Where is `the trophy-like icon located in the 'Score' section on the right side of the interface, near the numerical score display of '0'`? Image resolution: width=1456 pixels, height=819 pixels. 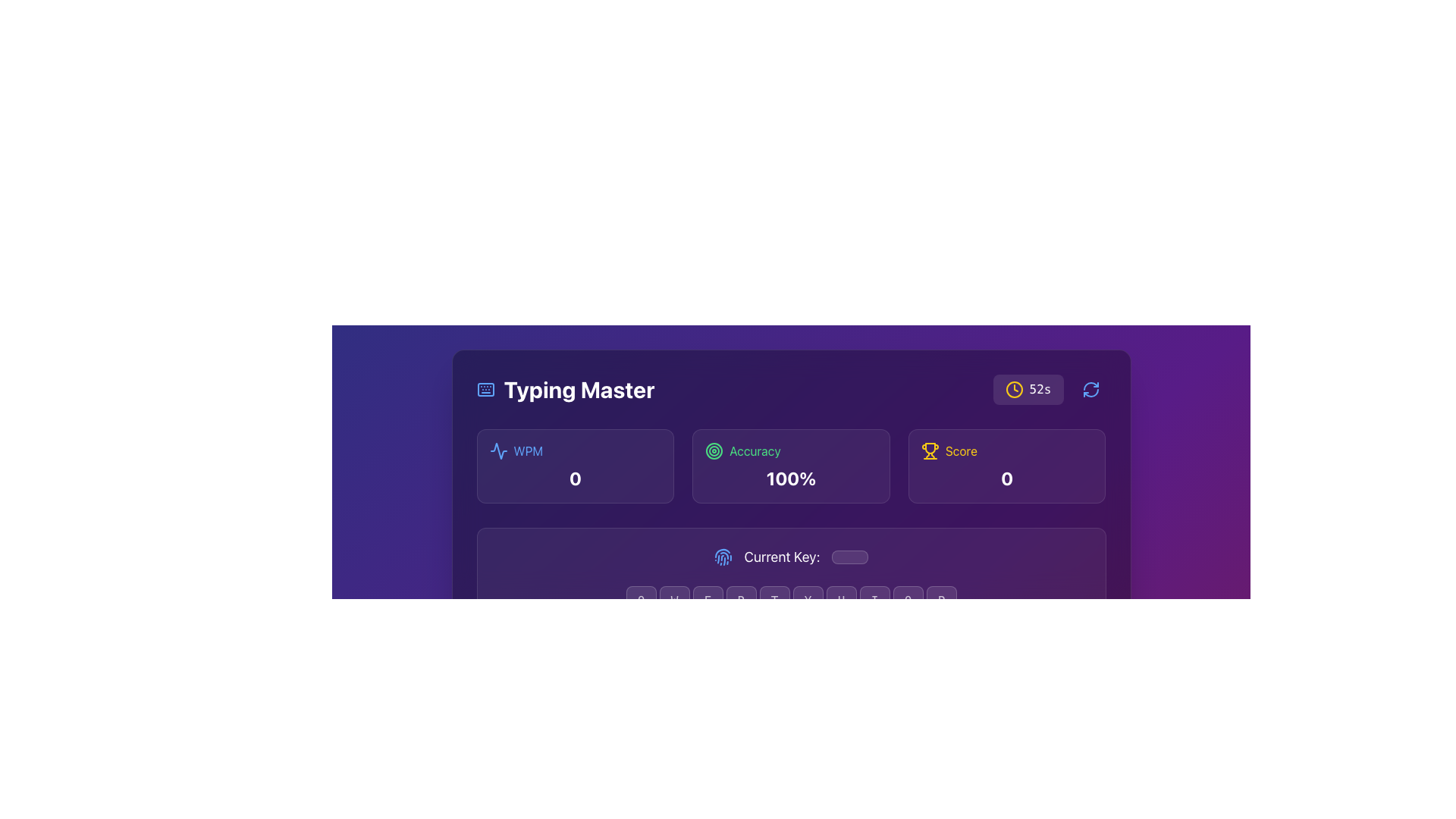
the trophy-like icon located in the 'Score' section on the right side of the interface, near the numerical score display of '0' is located at coordinates (929, 447).